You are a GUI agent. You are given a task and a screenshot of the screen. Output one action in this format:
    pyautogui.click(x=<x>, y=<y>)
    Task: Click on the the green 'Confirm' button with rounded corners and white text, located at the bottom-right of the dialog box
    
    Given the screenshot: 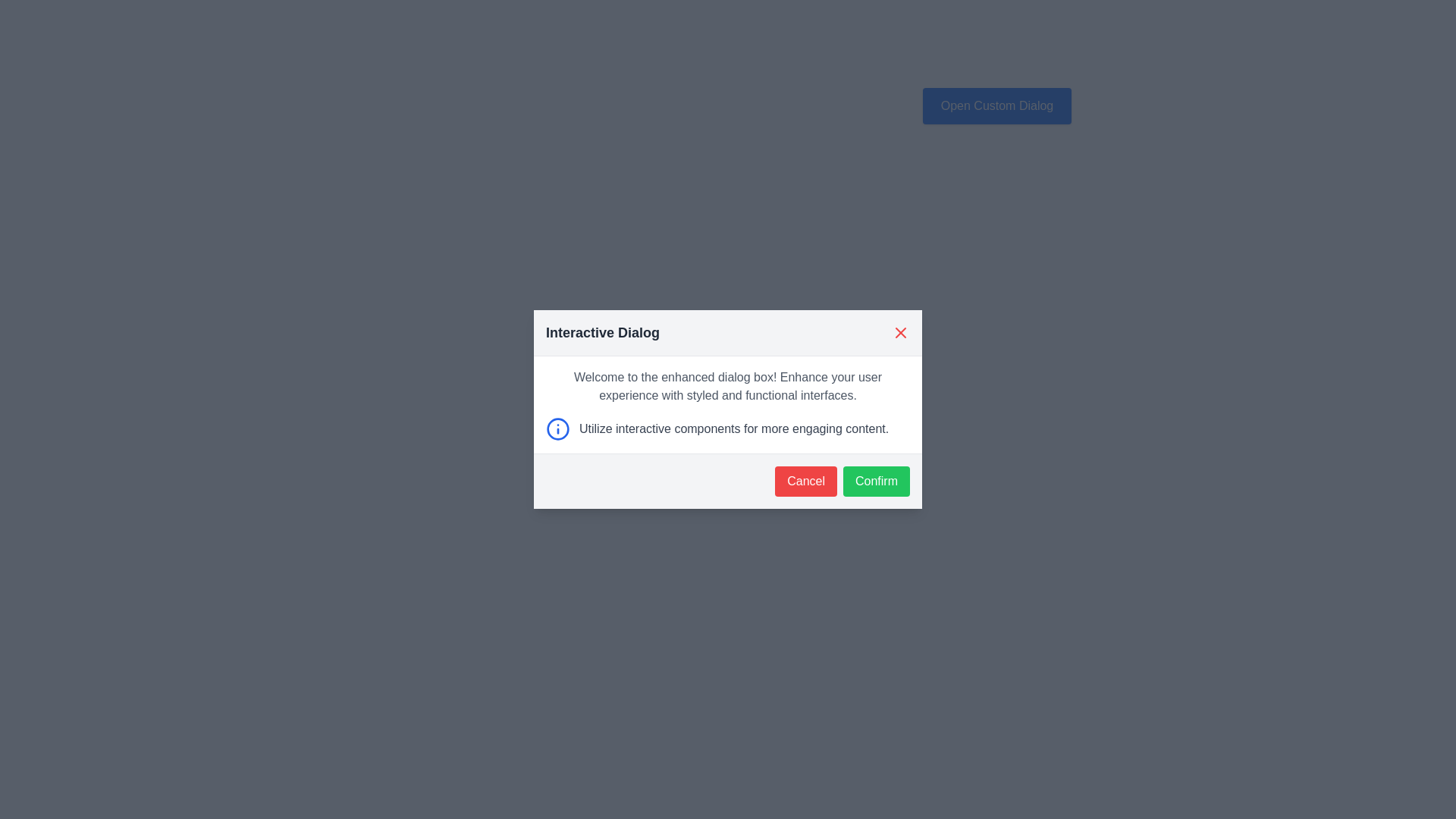 What is the action you would take?
    pyautogui.click(x=877, y=482)
    